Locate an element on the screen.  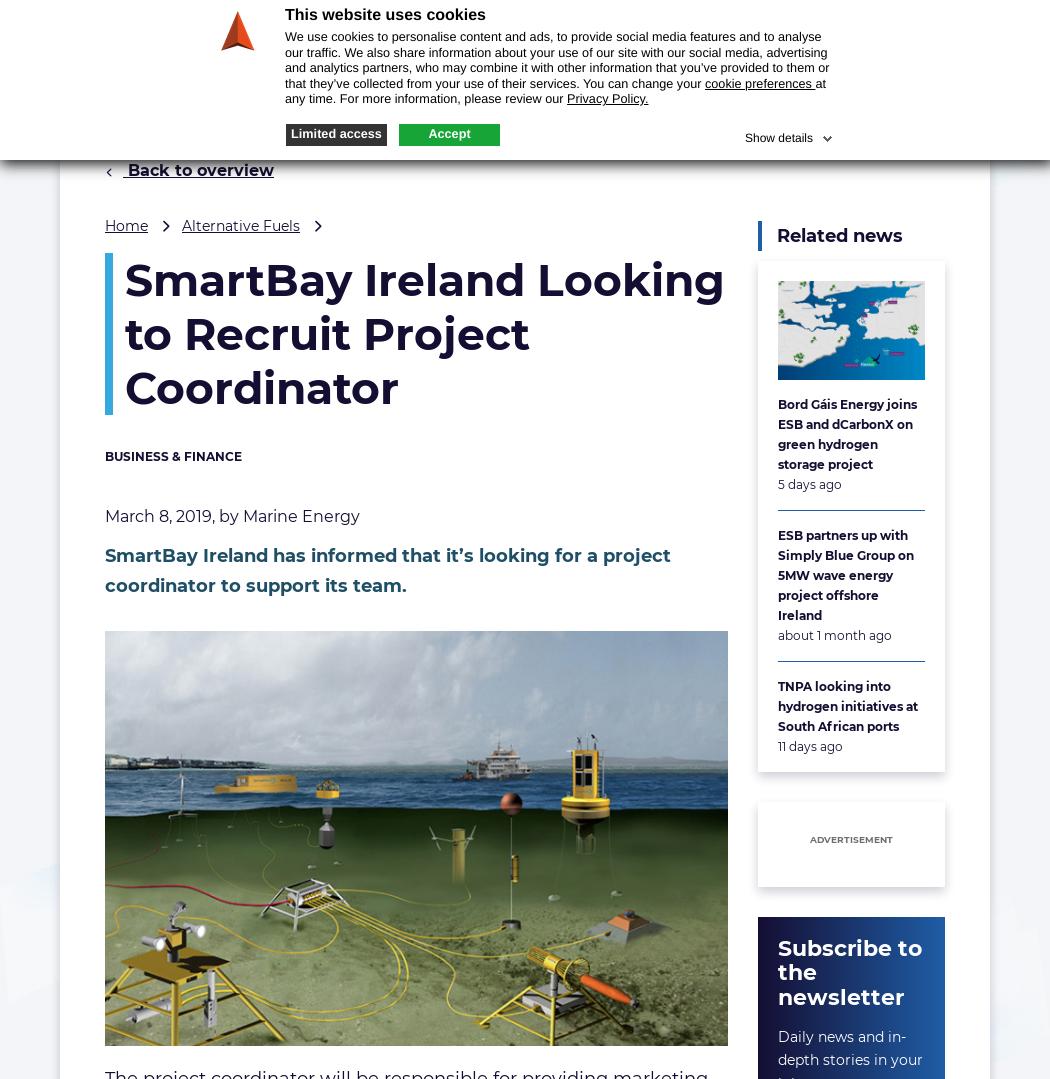
'about 1 month ago' is located at coordinates (834, 633).